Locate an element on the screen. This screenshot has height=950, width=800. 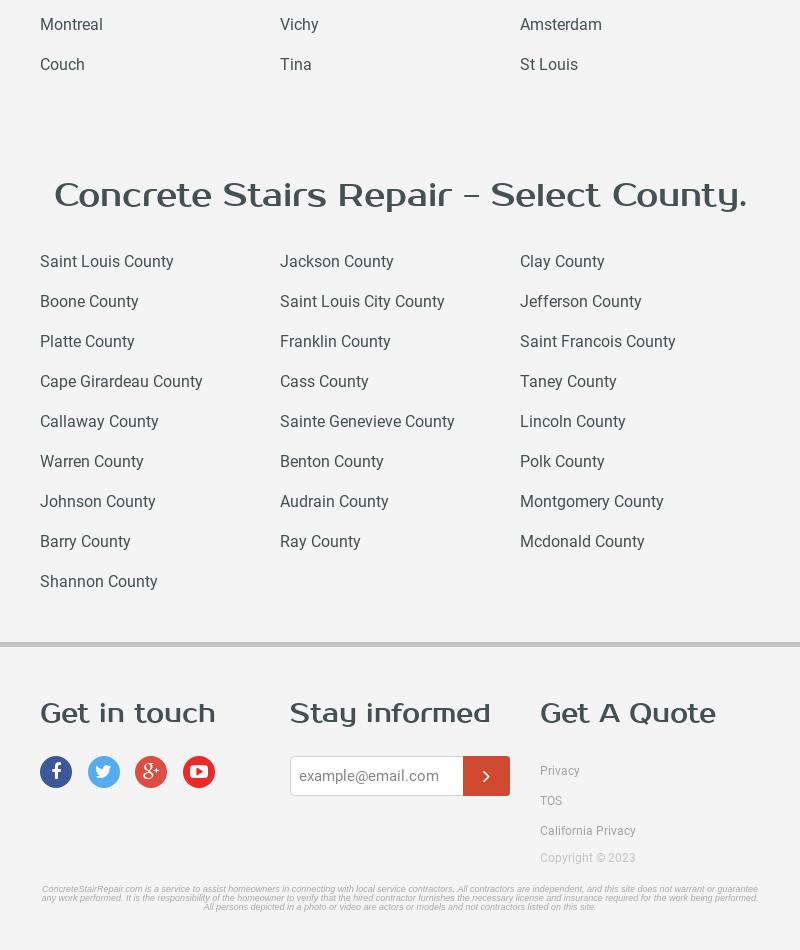
'Privacy' is located at coordinates (560, 770).